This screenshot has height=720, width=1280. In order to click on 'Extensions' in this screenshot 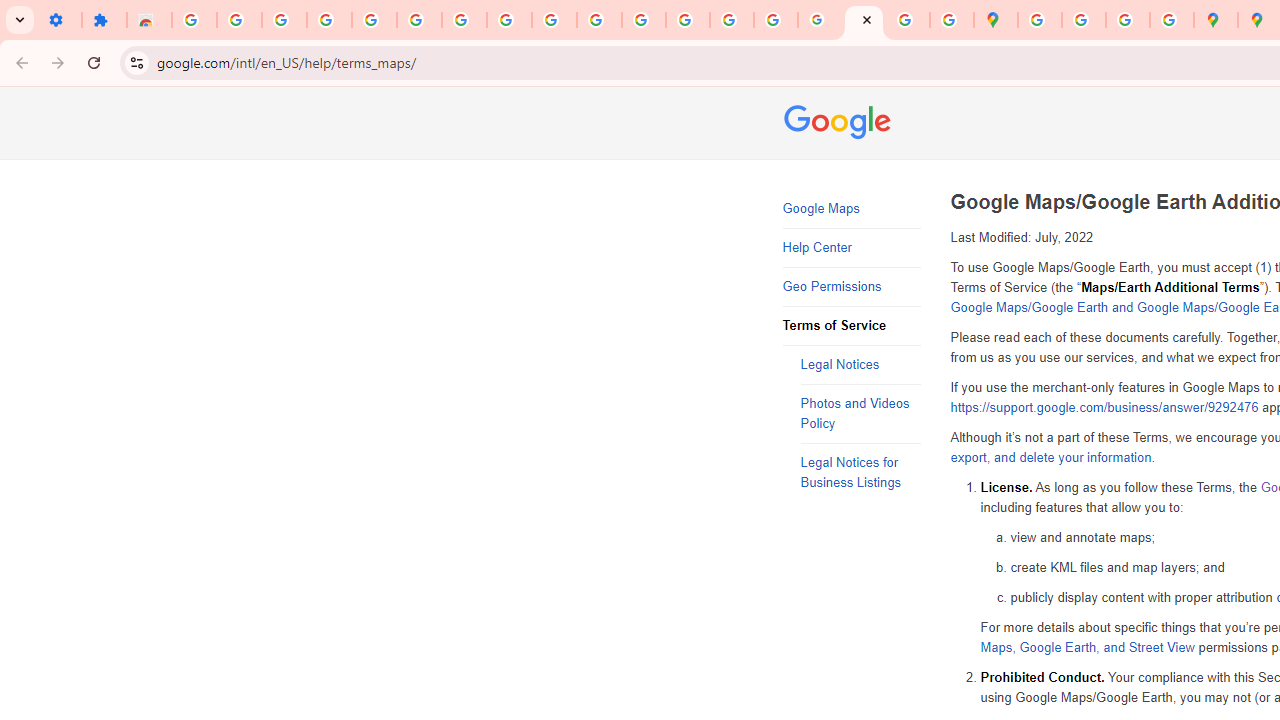, I will do `click(103, 20)`.